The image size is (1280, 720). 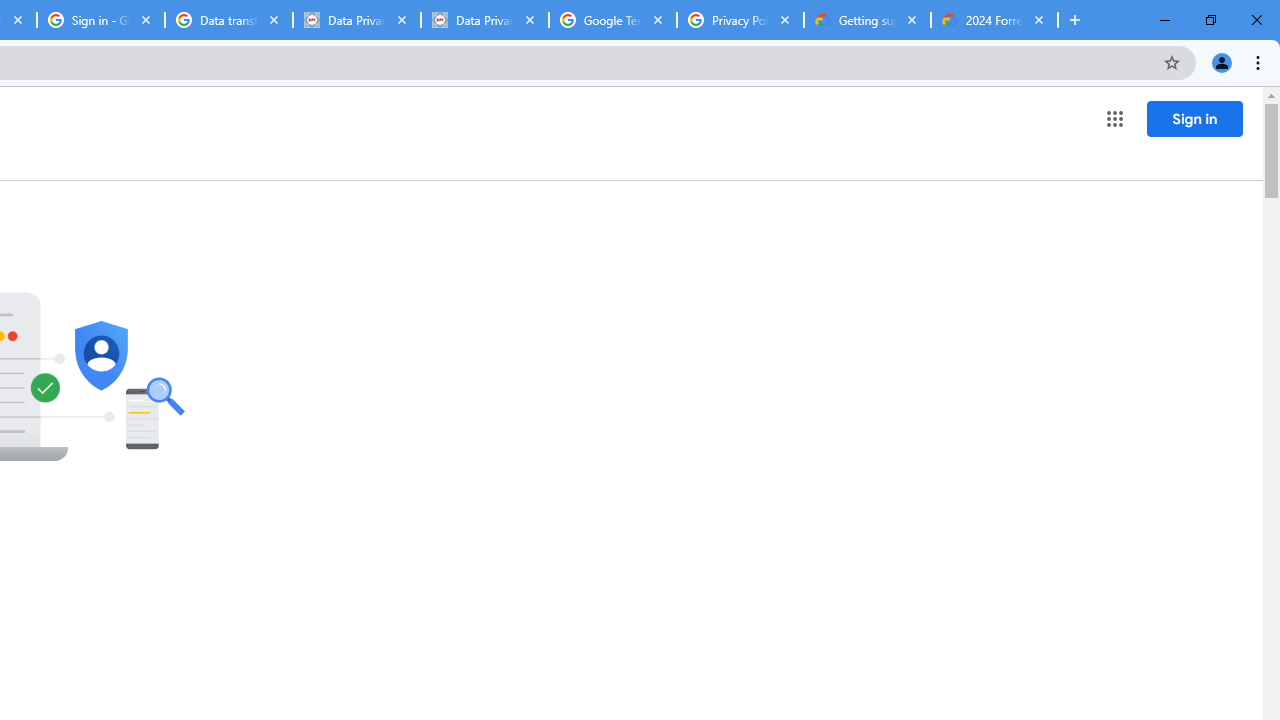 What do you see at coordinates (1220, 61) in the screenshot?
I see `'You'` at bounding box center [1220, 61].